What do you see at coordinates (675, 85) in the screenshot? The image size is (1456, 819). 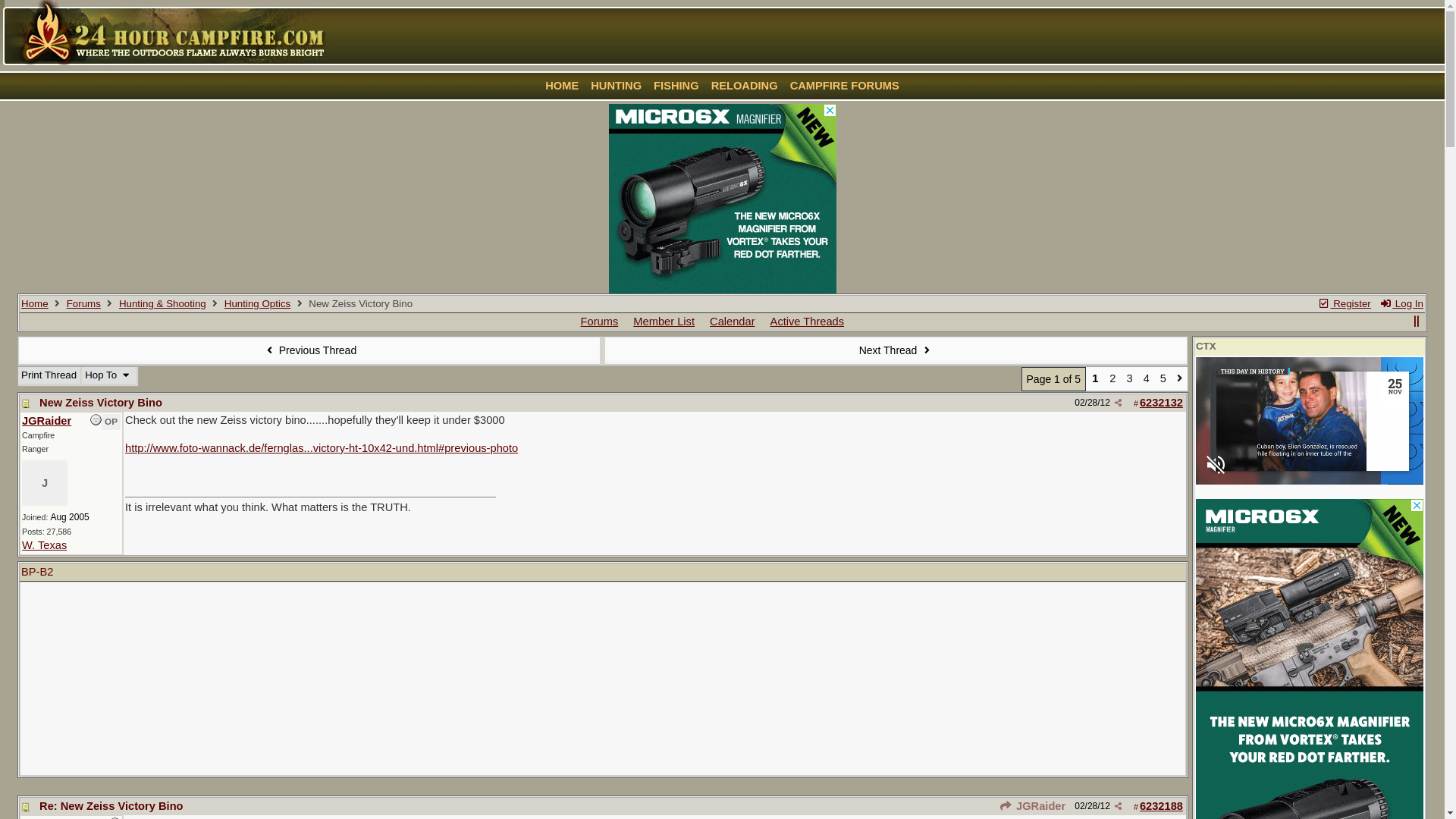 I see `'FISHING'` at bounding box center [675, 85].